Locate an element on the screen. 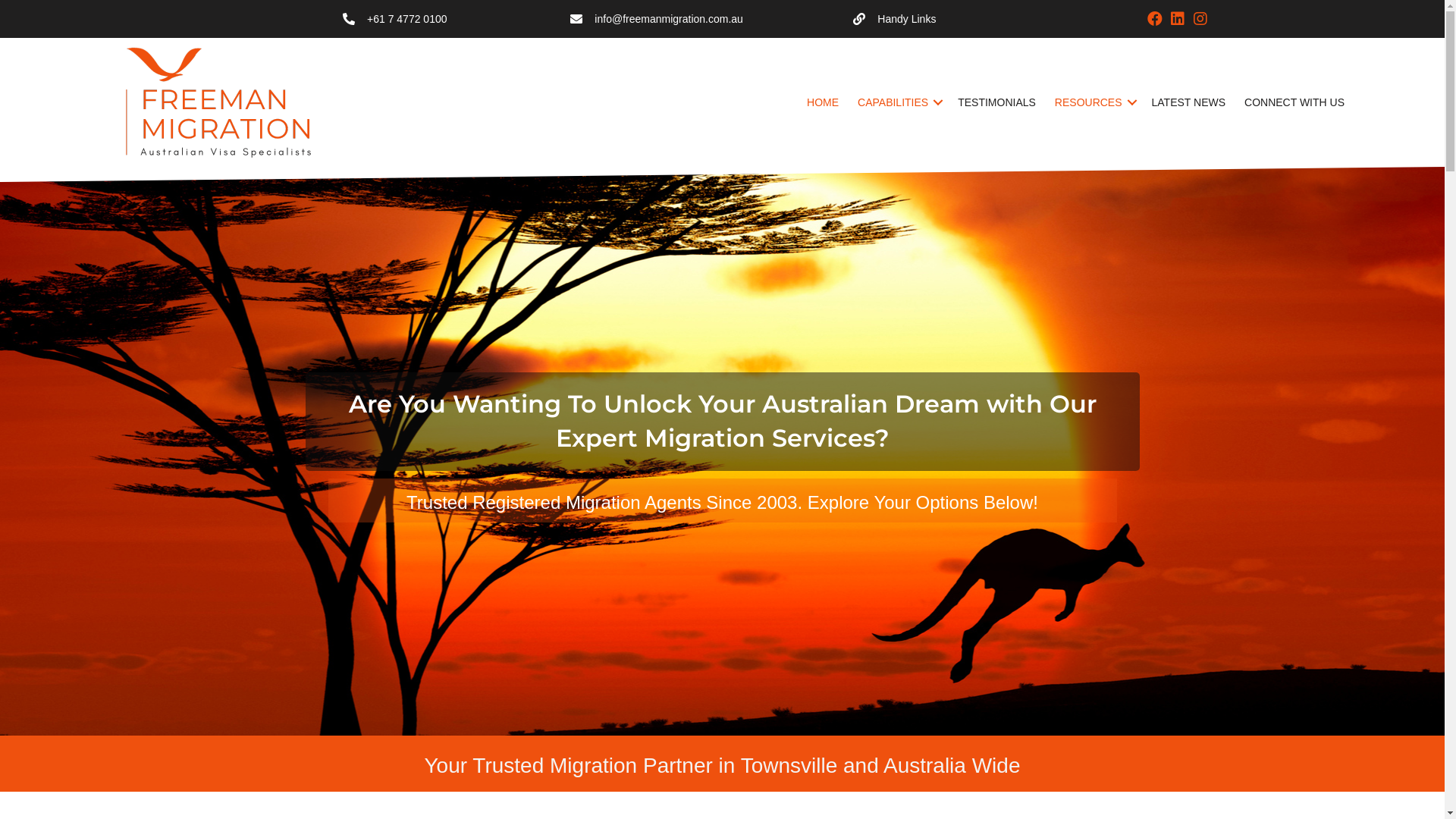  'info@freemanmigration.com.au' is located at coordinates (668, 18).